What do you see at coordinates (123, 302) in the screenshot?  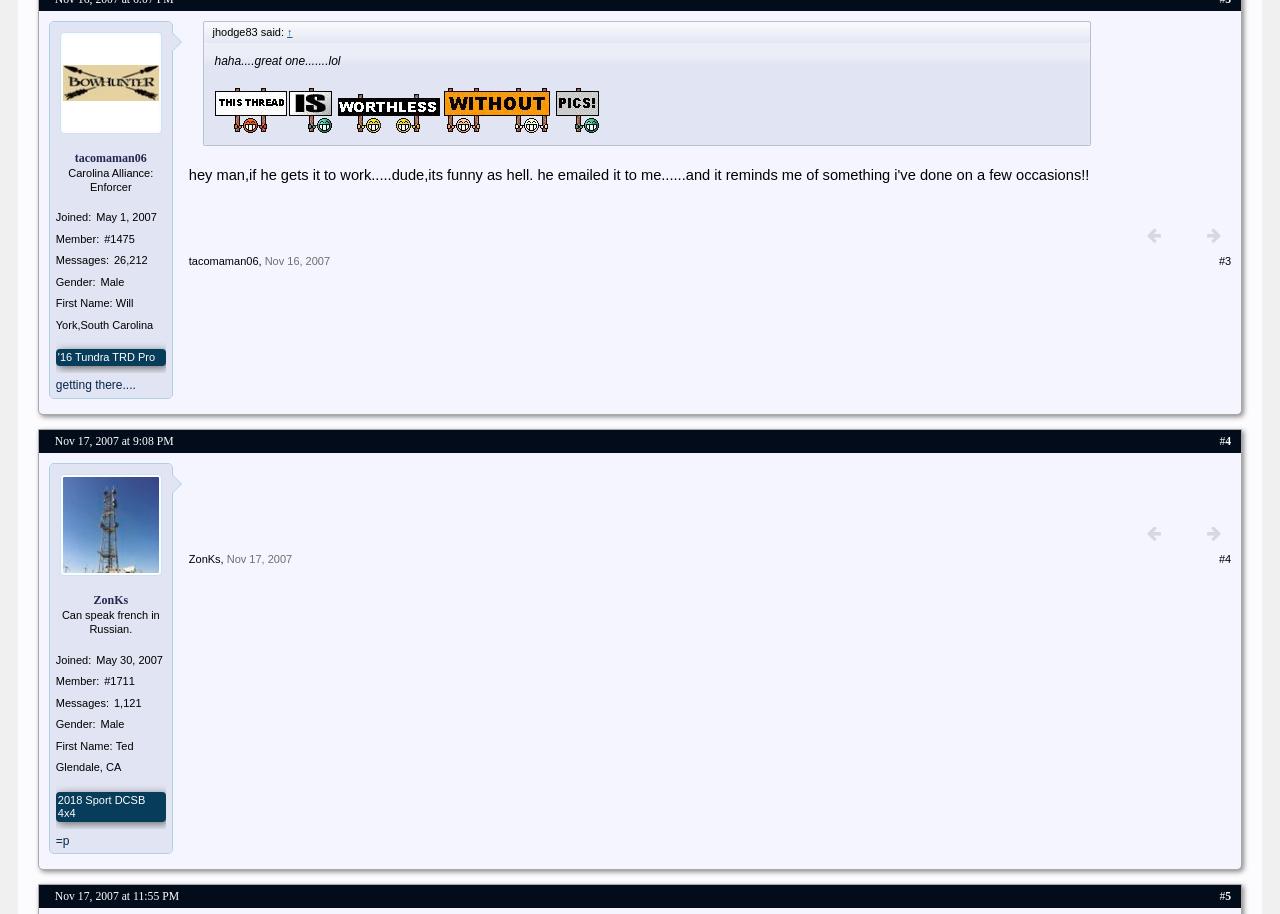 I see `'Will'` at bounding box center [123, 302].